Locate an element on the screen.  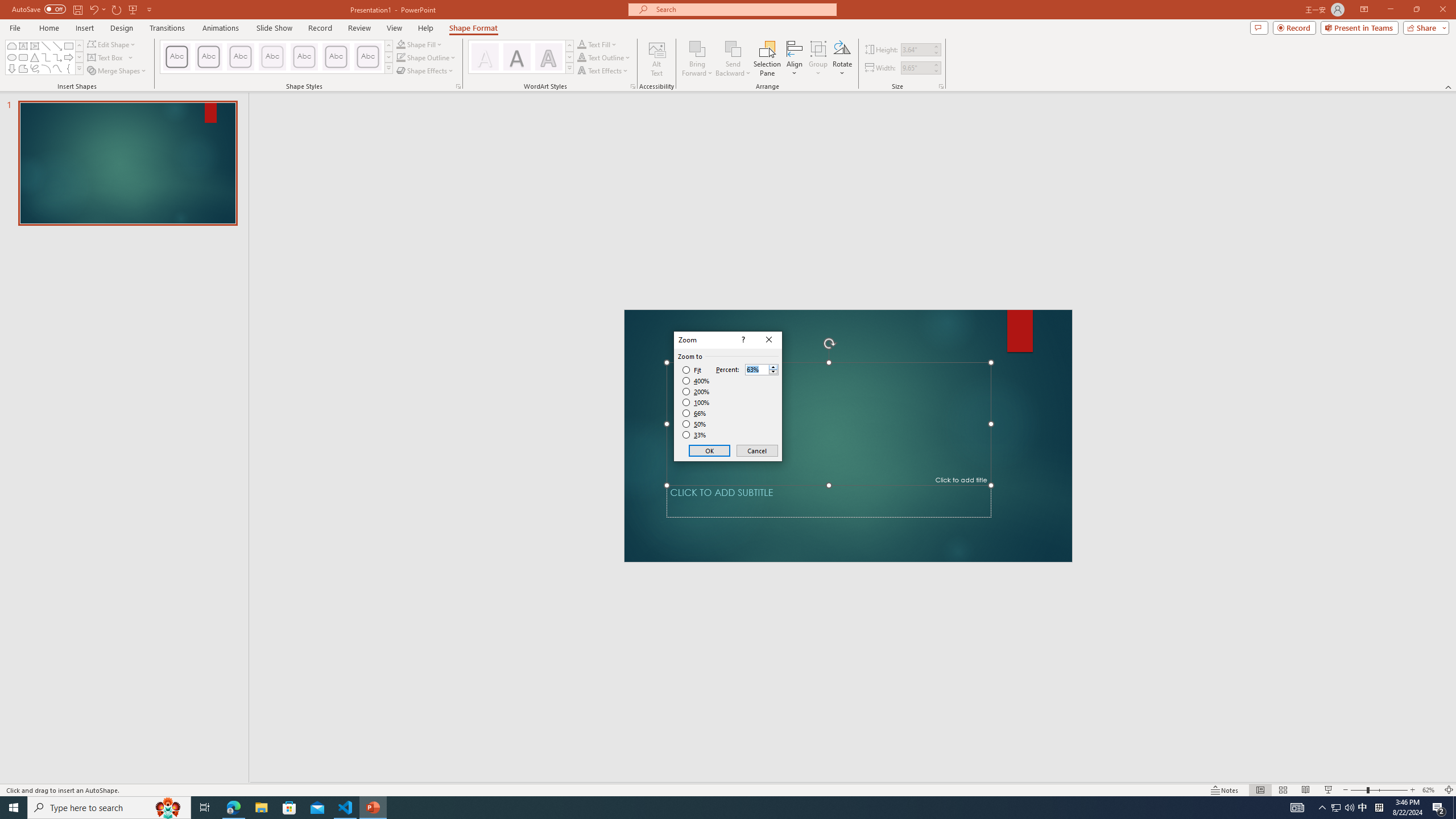
'Shape Outline Blue, Accent 1' is located at coordinates (401, 56).